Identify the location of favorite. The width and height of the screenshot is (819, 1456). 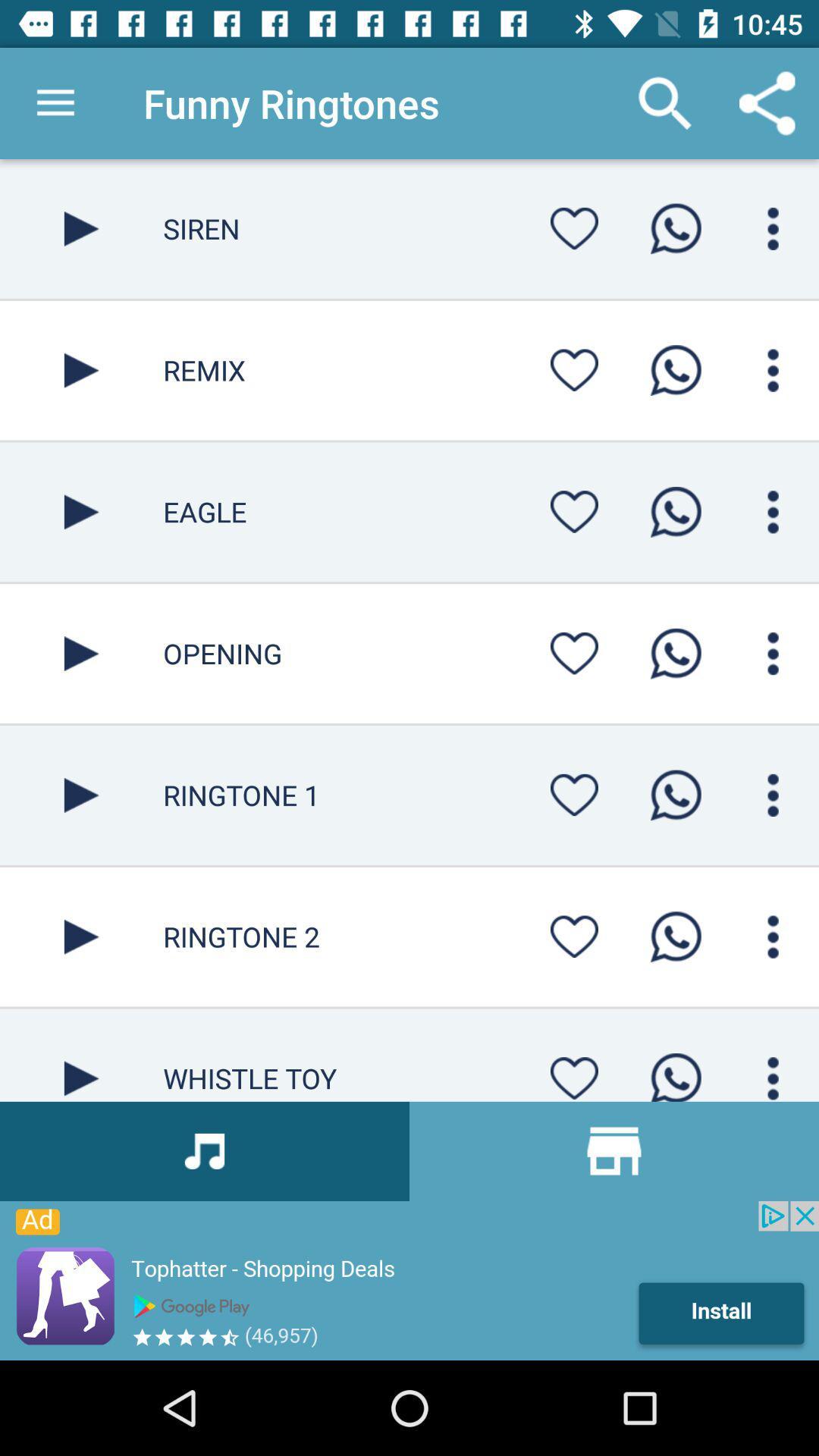
(574, 370).